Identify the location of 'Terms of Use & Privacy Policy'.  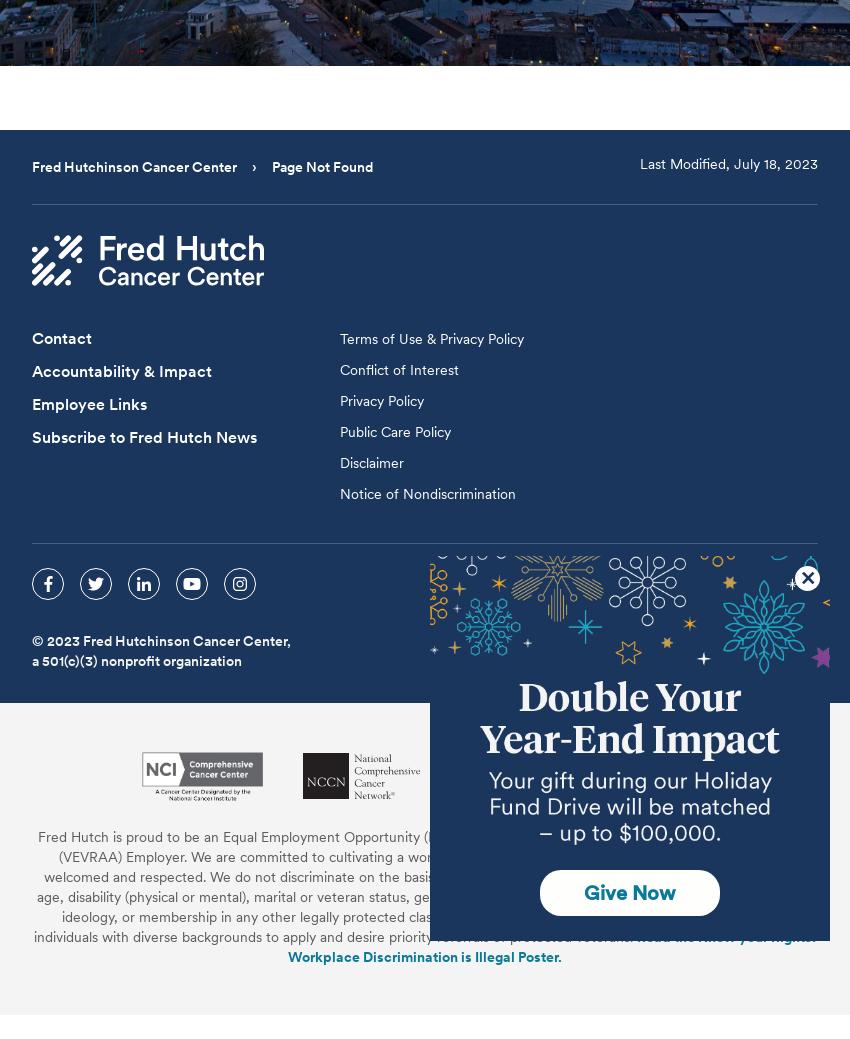
(340, 337).